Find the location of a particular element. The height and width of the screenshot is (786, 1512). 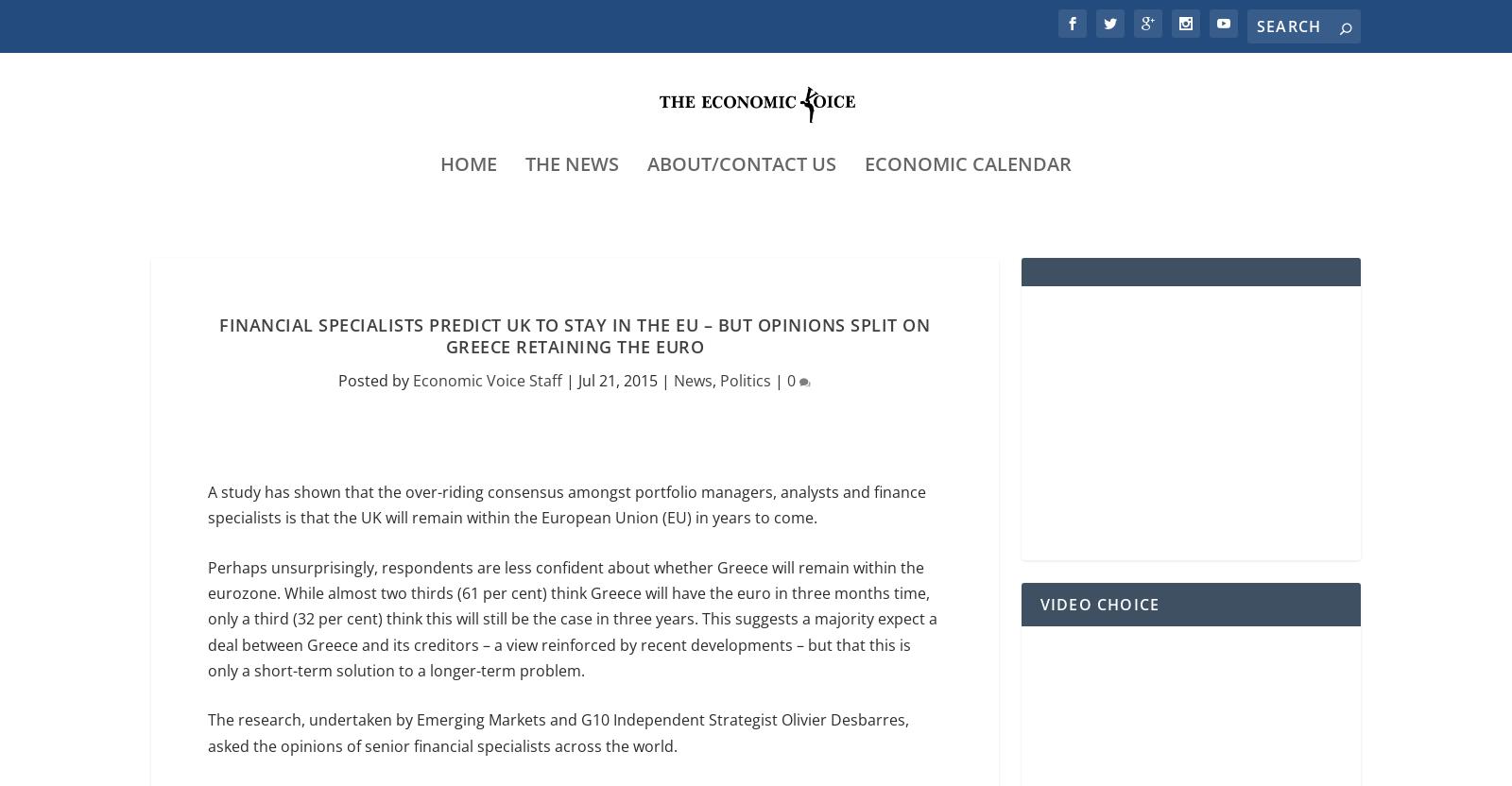

'News' is located at coordinates (693, 382).